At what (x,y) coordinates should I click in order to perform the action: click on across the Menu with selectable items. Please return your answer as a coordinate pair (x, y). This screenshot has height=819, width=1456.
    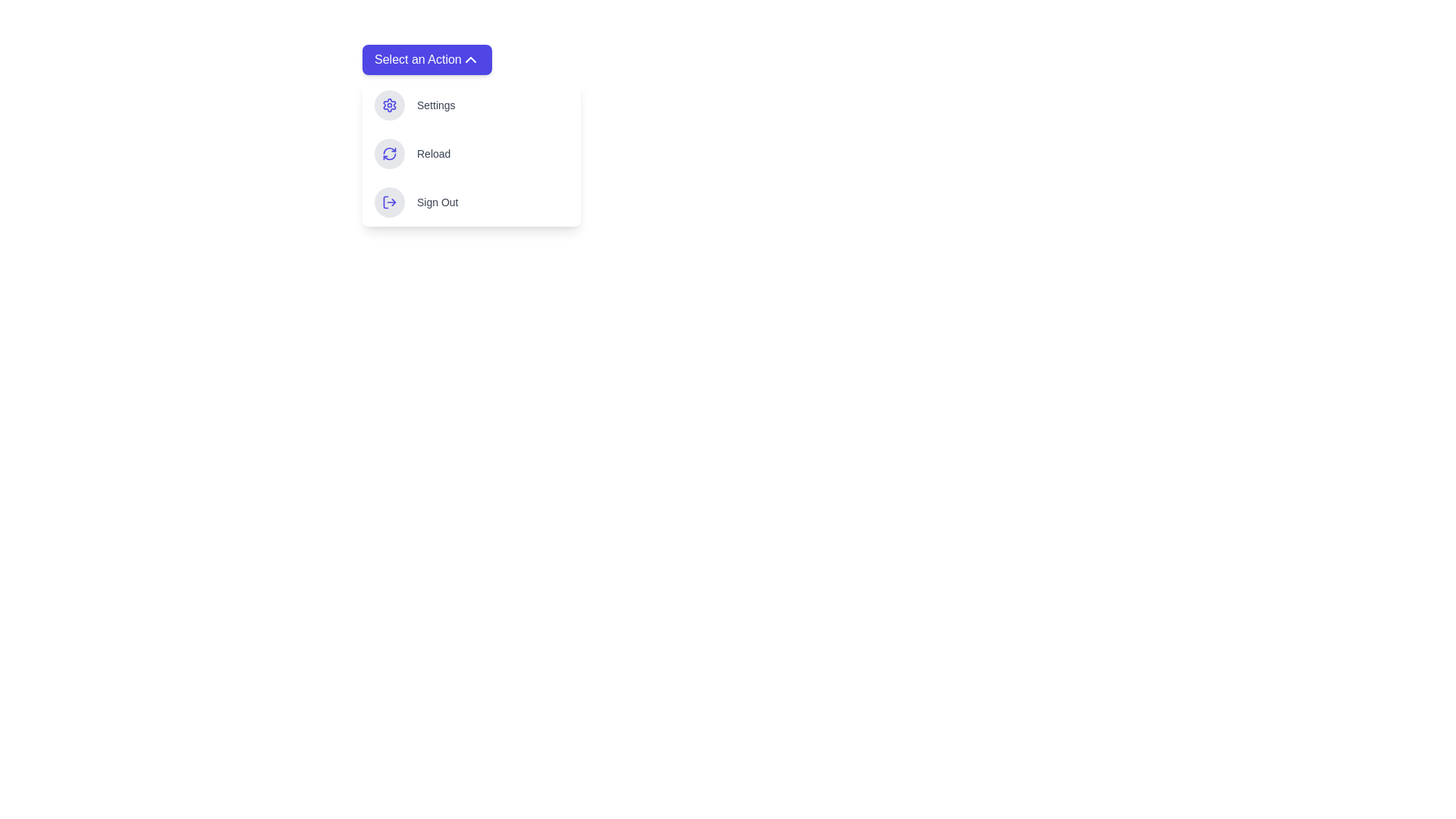
    Looking at the image, I should click on (471, 134).